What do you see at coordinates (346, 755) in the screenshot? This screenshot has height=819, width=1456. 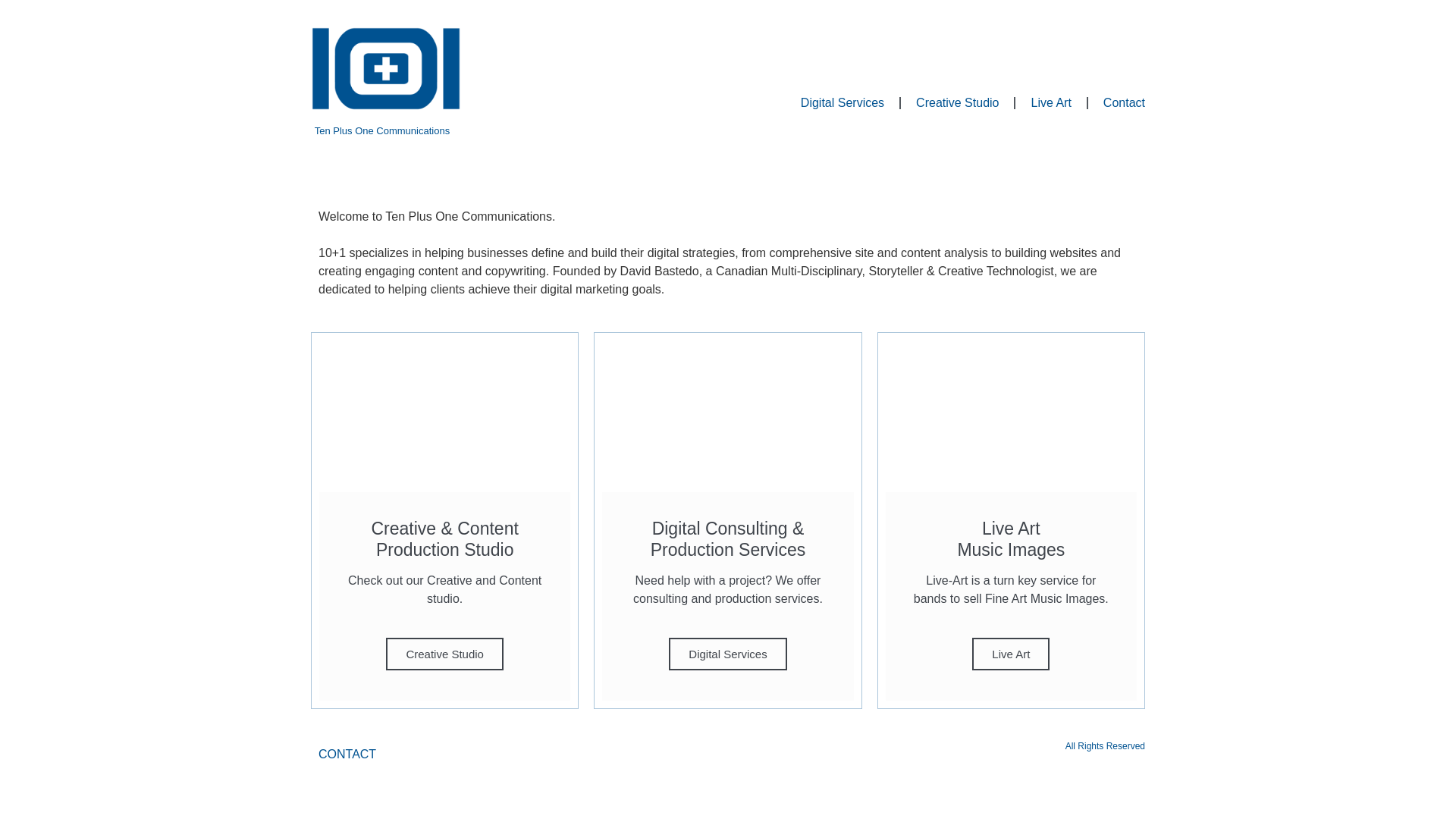 I see `'CONTACT'` at bounding box center [346, 755].